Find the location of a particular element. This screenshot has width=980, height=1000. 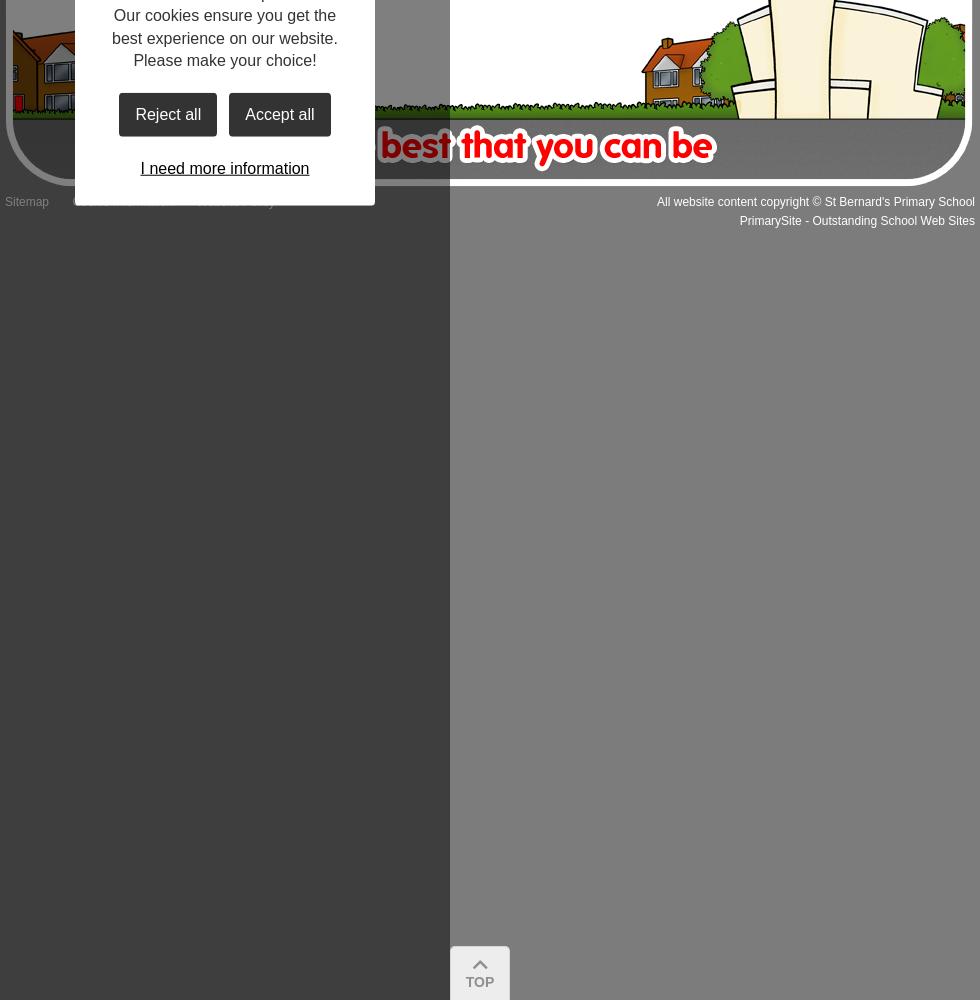

'PrimarySite - Outstanding School Web Sites' is located at coordinates (857, 219).